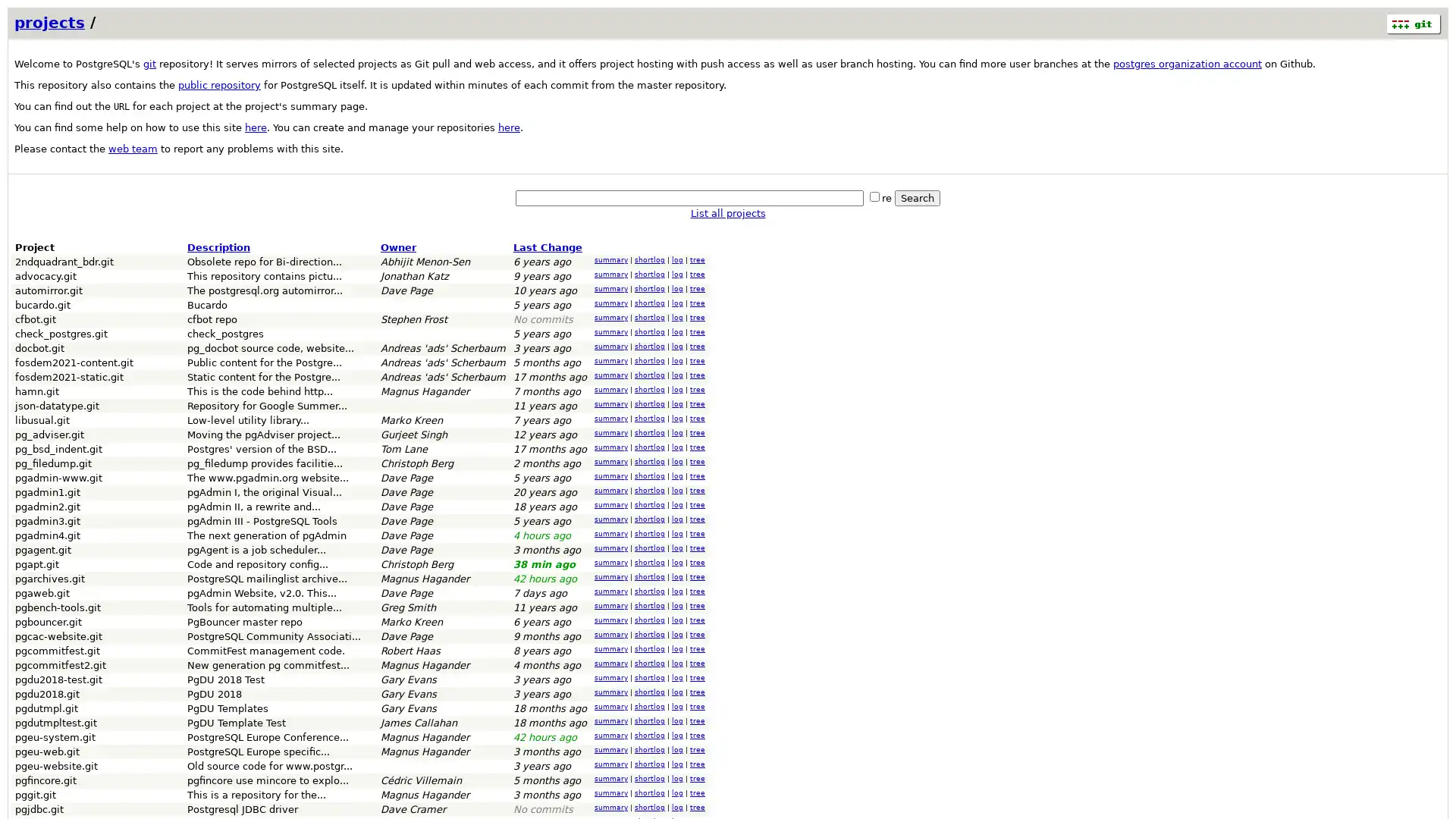 The image size is (1456, 819). Describe the element at coordinates (916, 197) in the screenshot. I see `Search` at that location.